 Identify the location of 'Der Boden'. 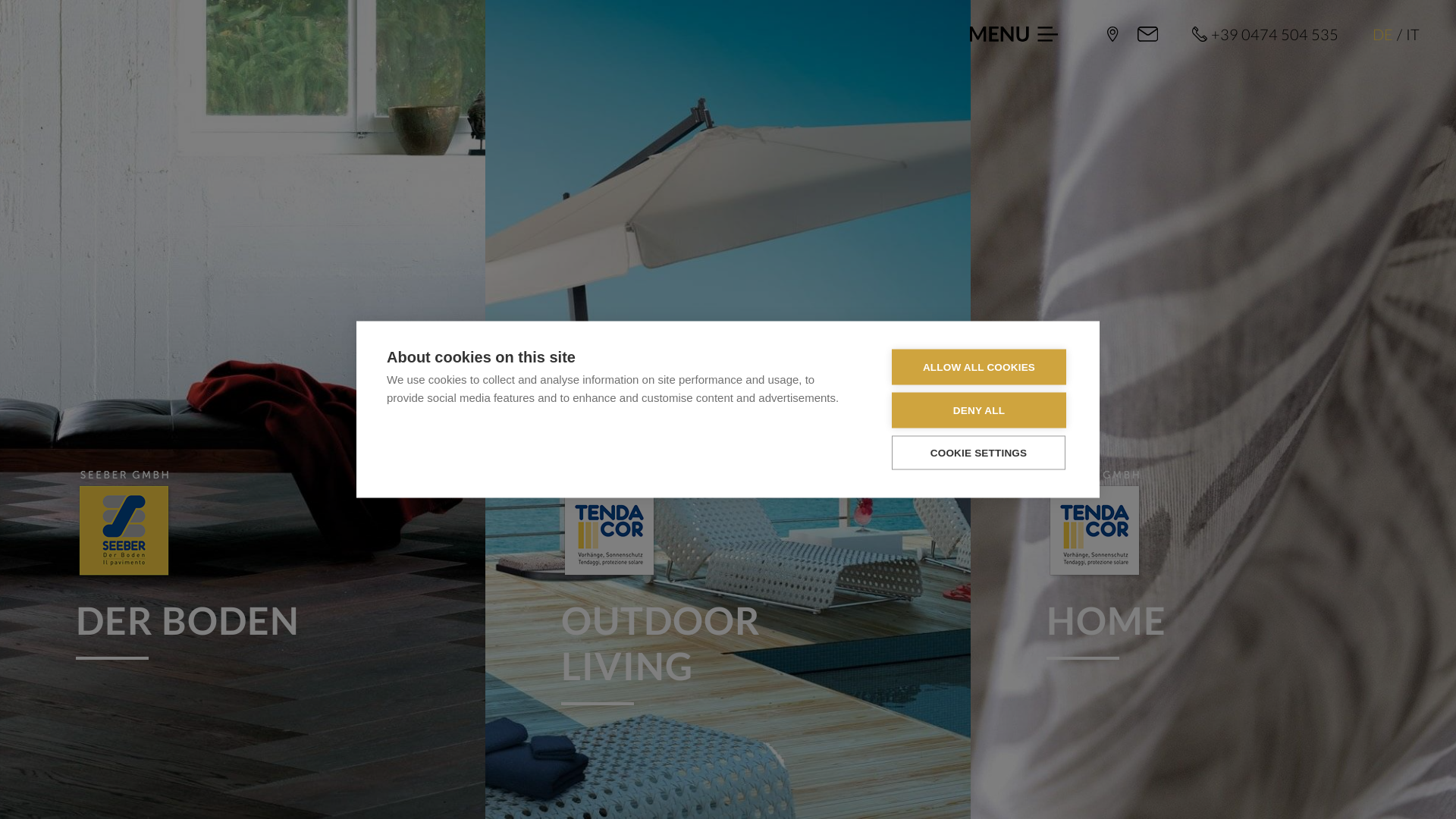
(124, 525).